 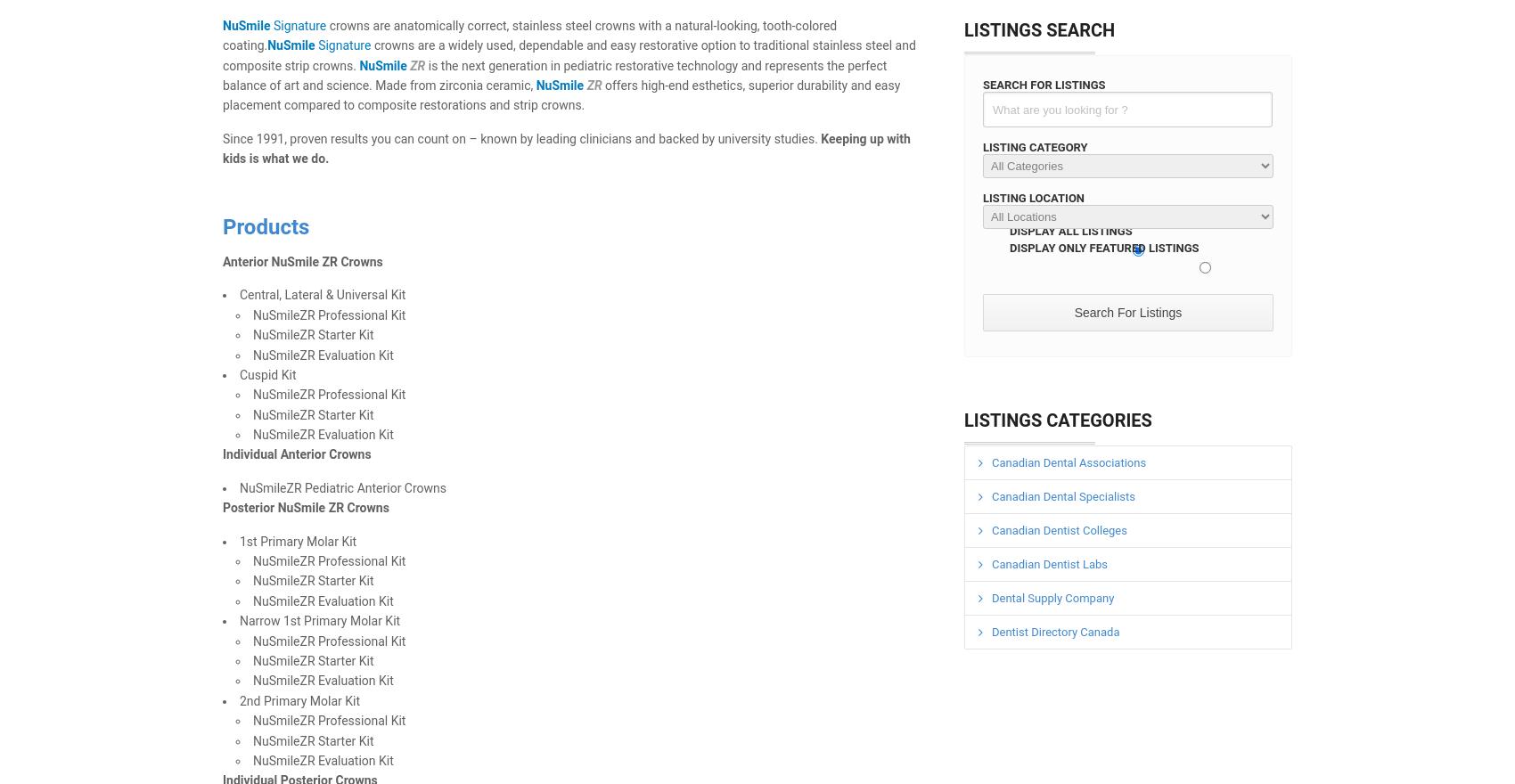 I want to click on 'Canadian Dentist Colleges', so click(x=1057, y=529).